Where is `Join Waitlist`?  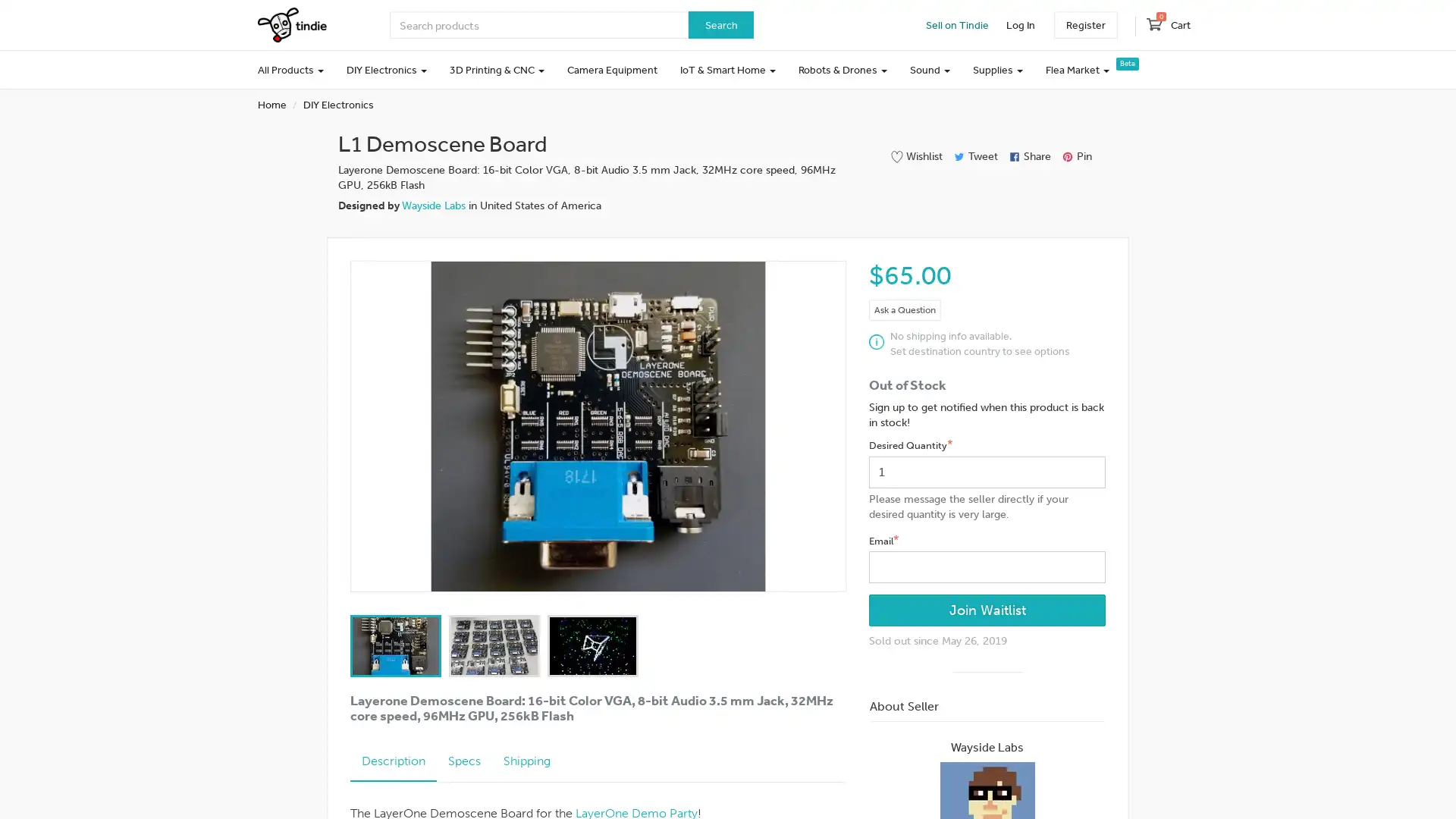
Join Waitlist is located at coordinates (987, 610).